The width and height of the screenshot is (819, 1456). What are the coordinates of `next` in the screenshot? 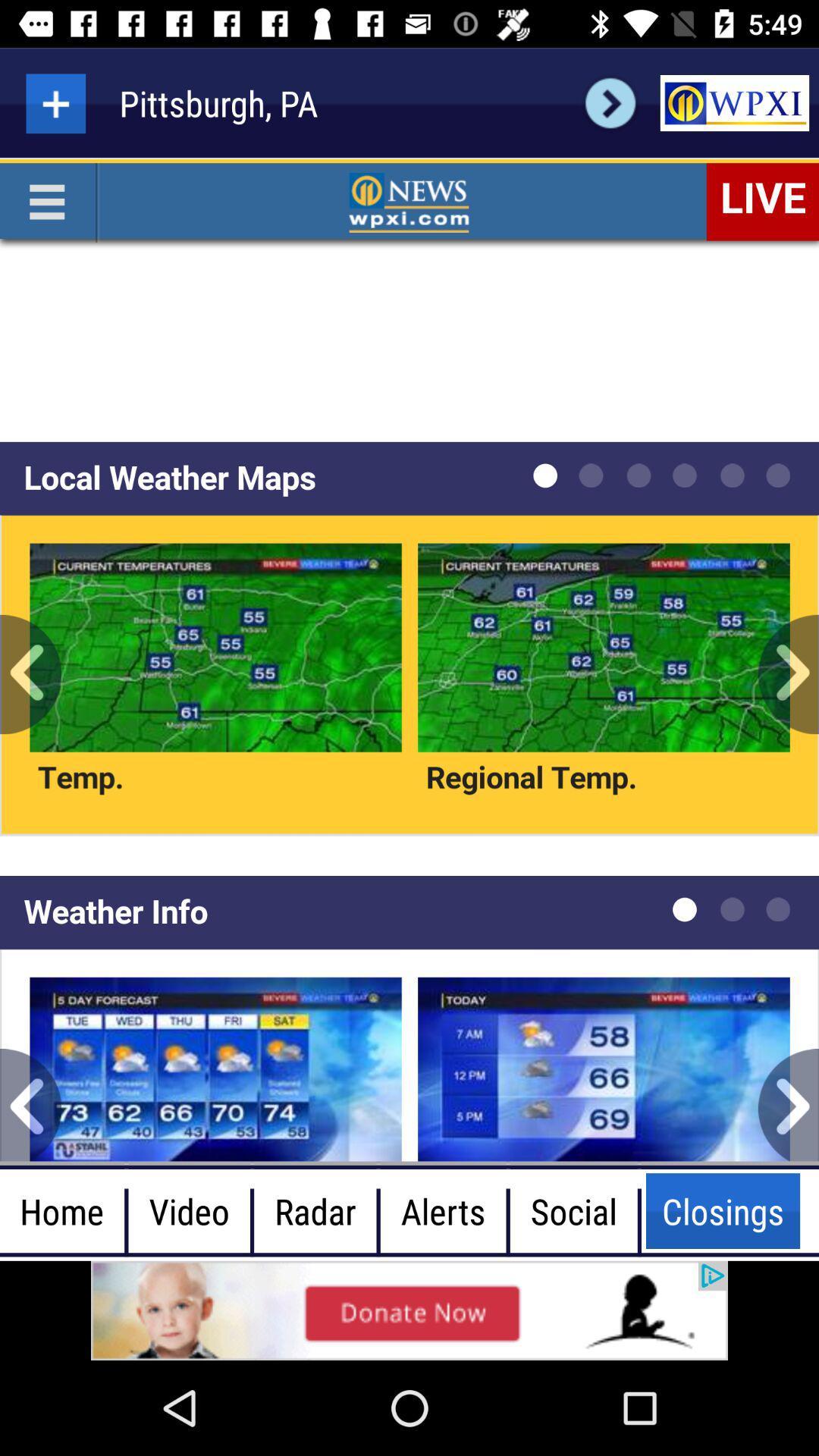 It's located at (610, 102).